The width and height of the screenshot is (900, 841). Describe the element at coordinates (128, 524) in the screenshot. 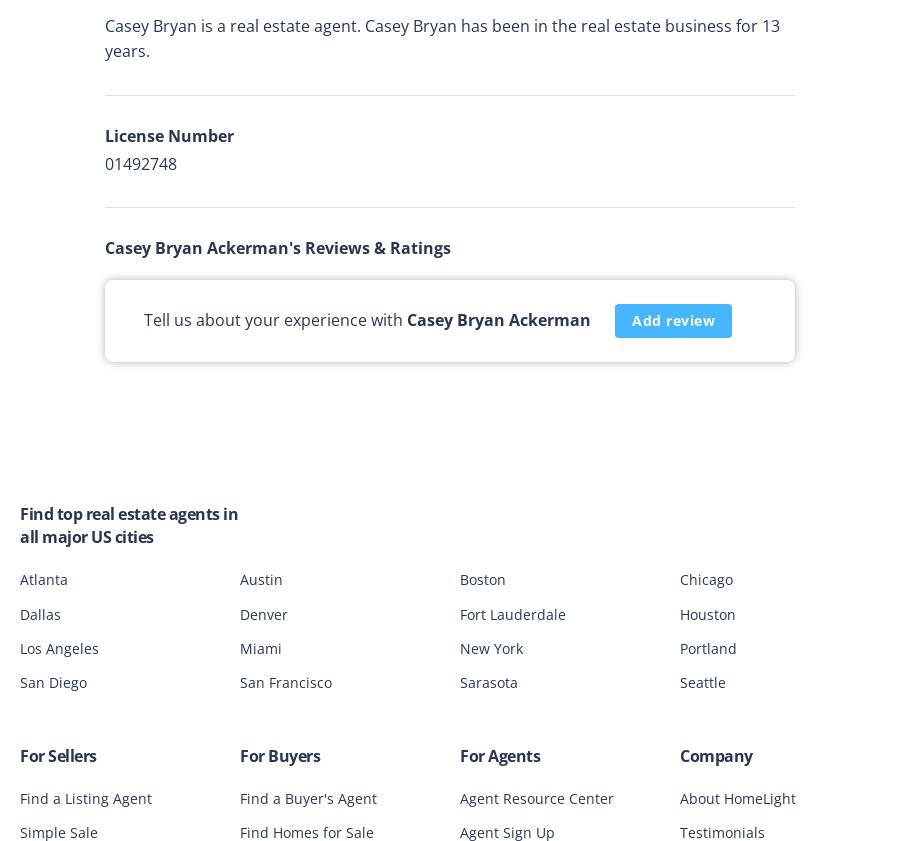

I see `'Find top real estate agents in all major US cities'` at that location.